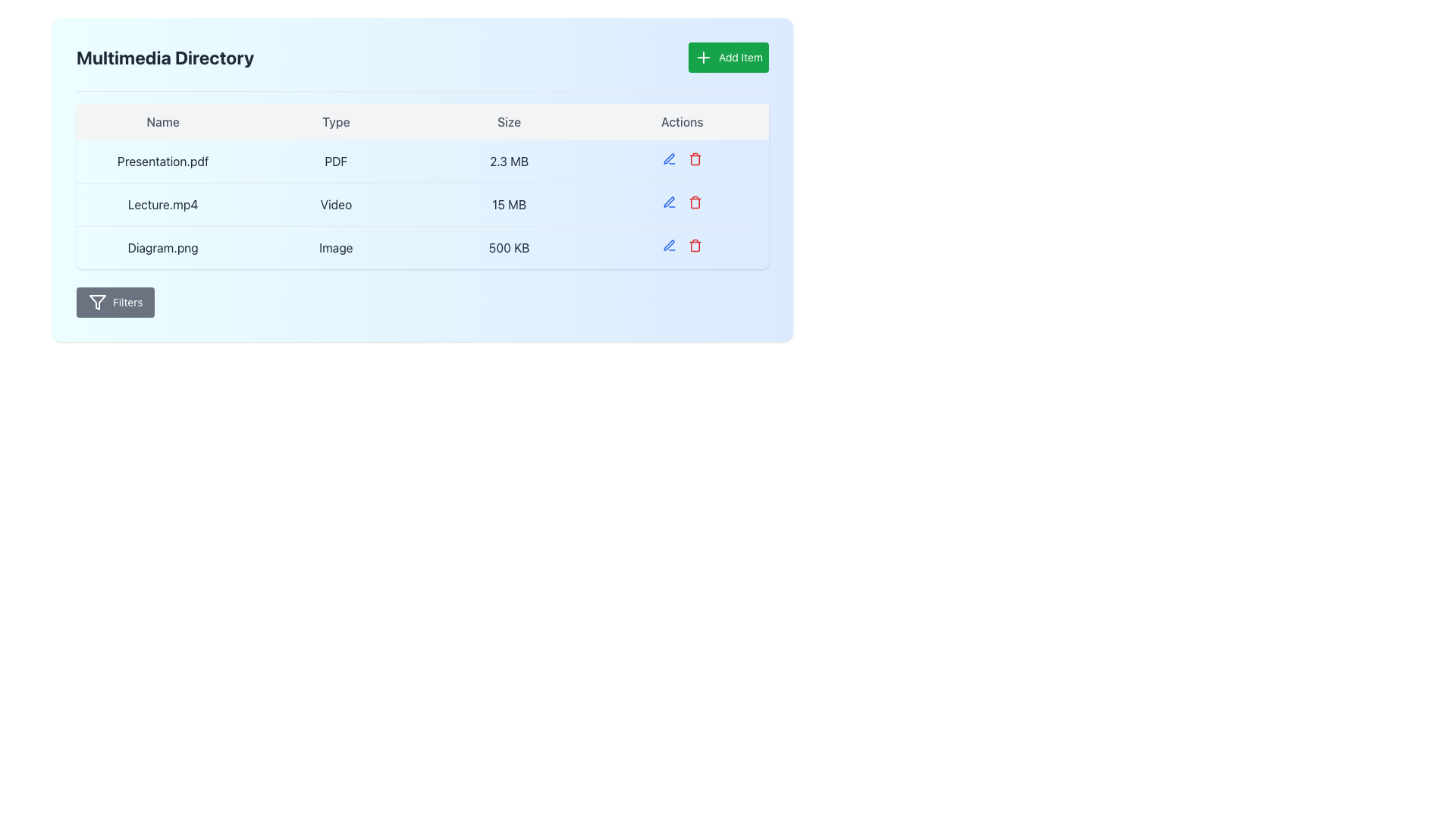 The image size is (1456, 819). Describe the element at coordinates (509, 121) in the screenshot. I see `the 'Size' header label in the table, which is the third column indicating the data category for the contents below it` at that location.